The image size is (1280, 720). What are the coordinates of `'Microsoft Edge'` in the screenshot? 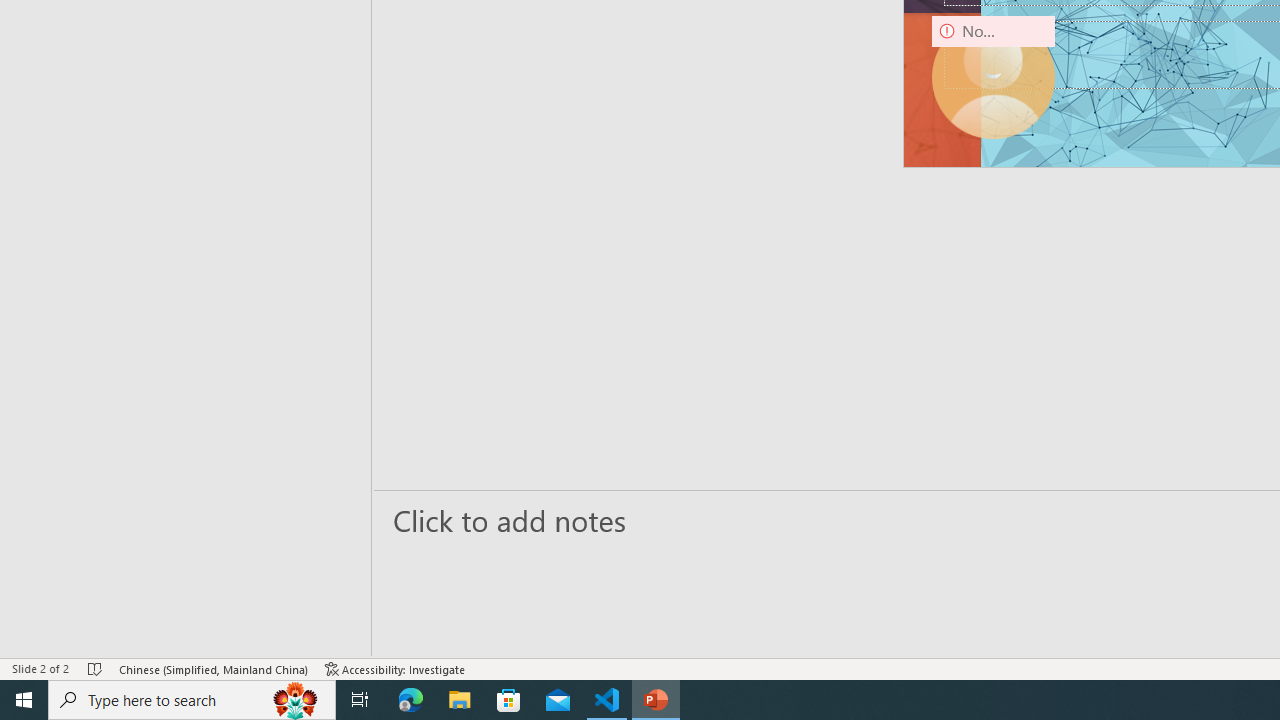 It's located at (410, 698).